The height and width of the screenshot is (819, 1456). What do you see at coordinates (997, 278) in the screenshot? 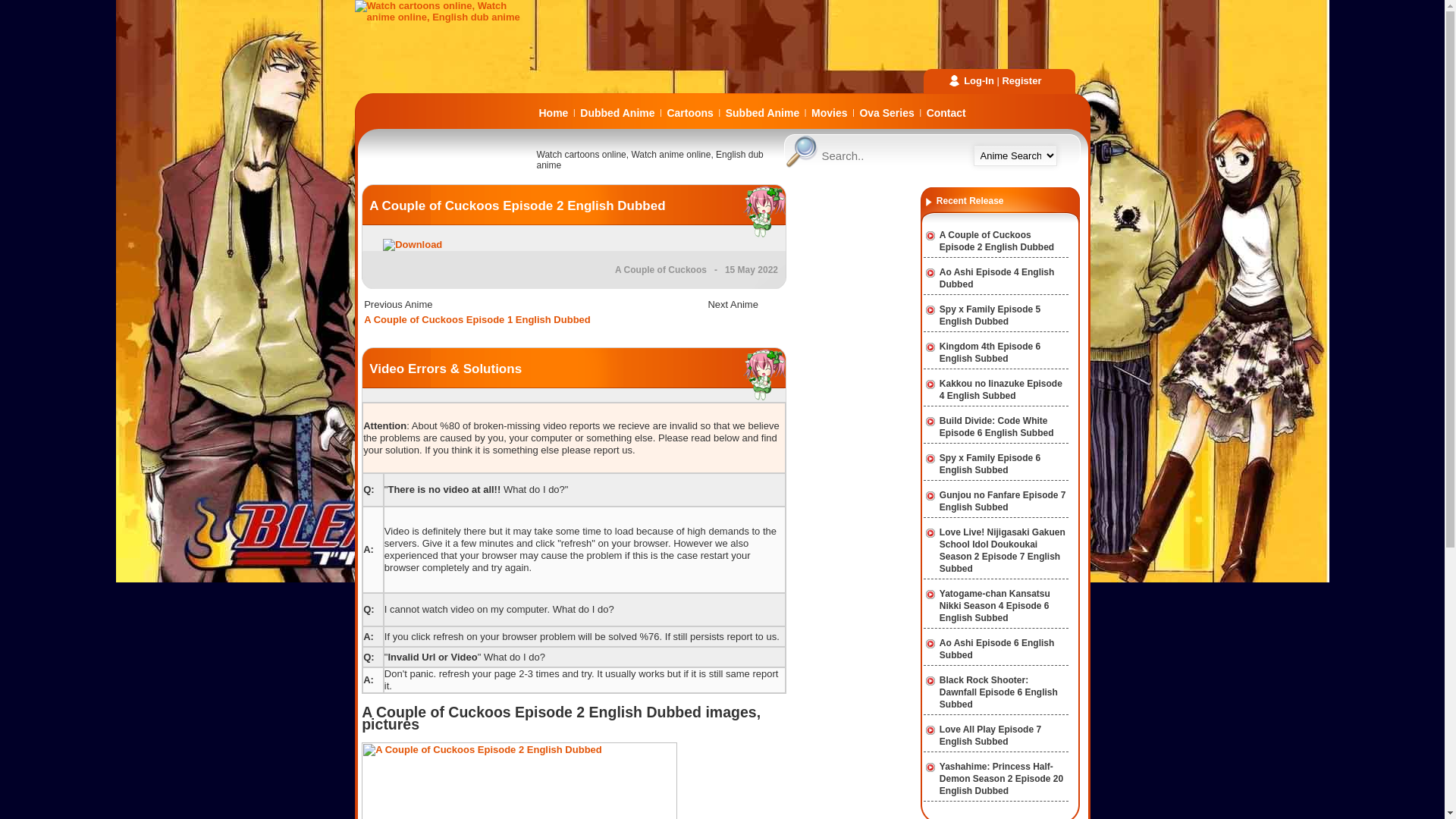
I see `'Ao Ashi Episode 4 English Dubbed'` at bounding box center [997, 278].